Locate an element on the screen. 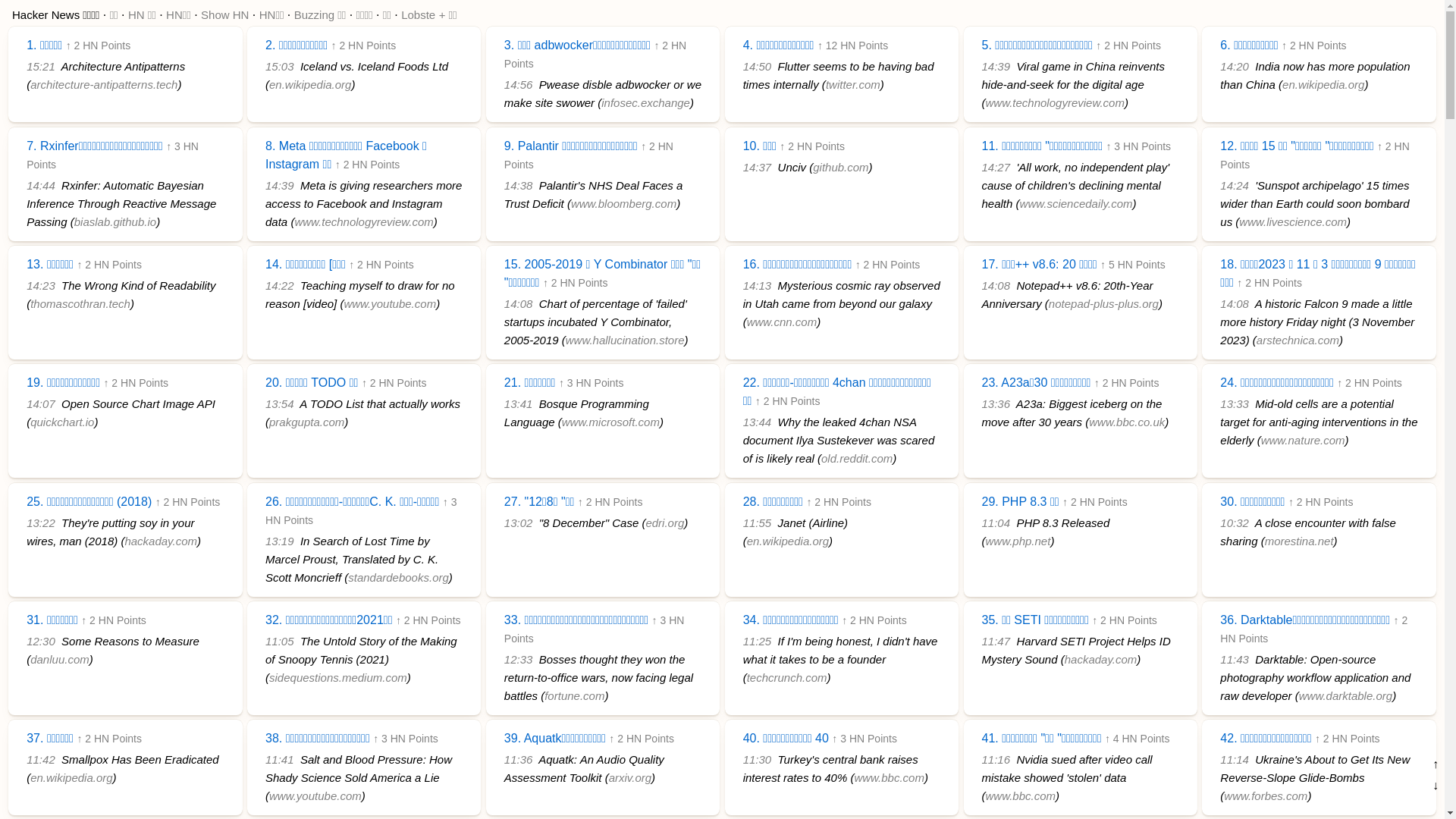  'www.bbc.com' is located at coordinates (889, 777).